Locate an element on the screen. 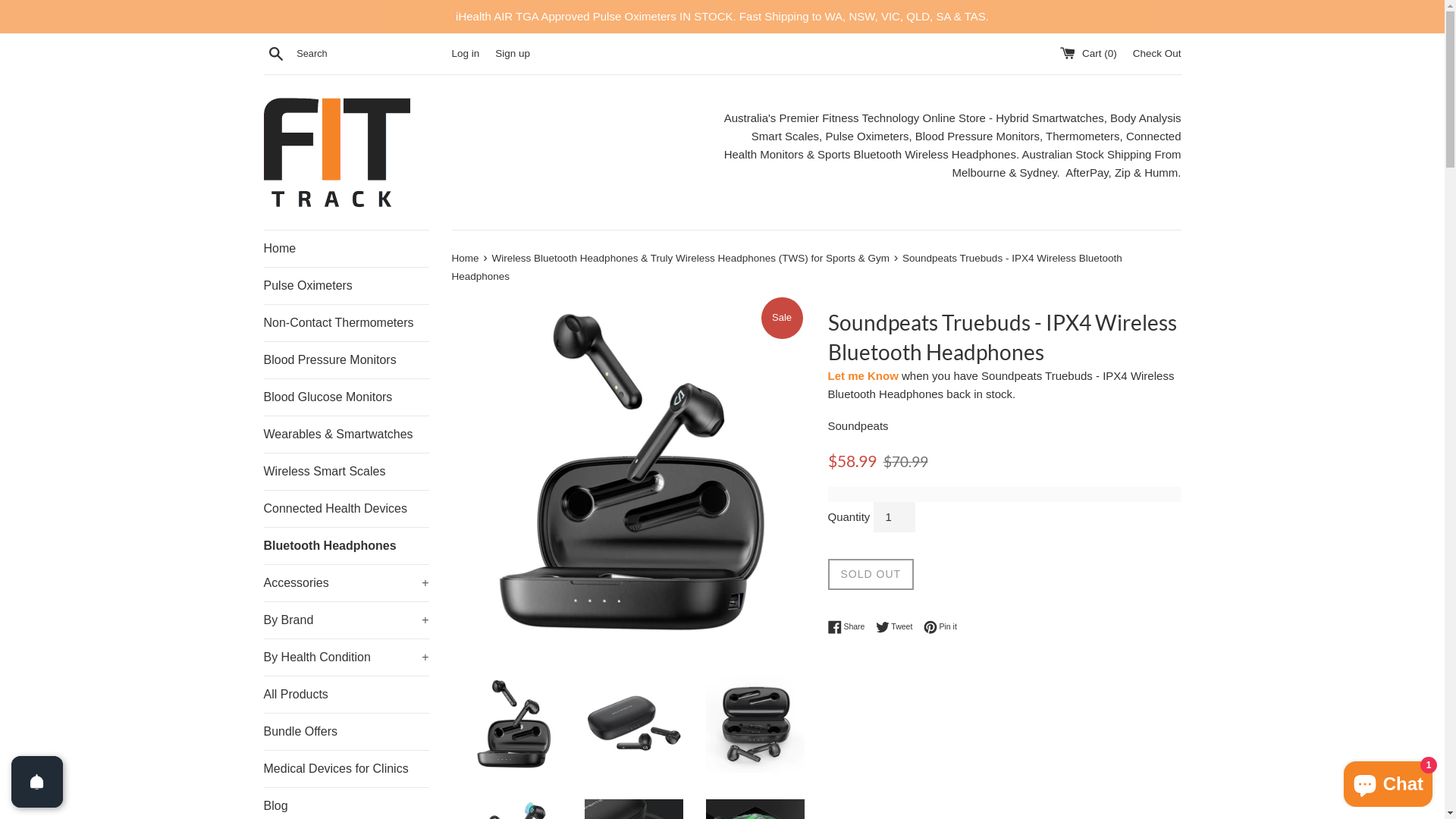 The width and height of the screenshot is (1456, 819). 'Check Out' is located at coordinates (1156, 52).